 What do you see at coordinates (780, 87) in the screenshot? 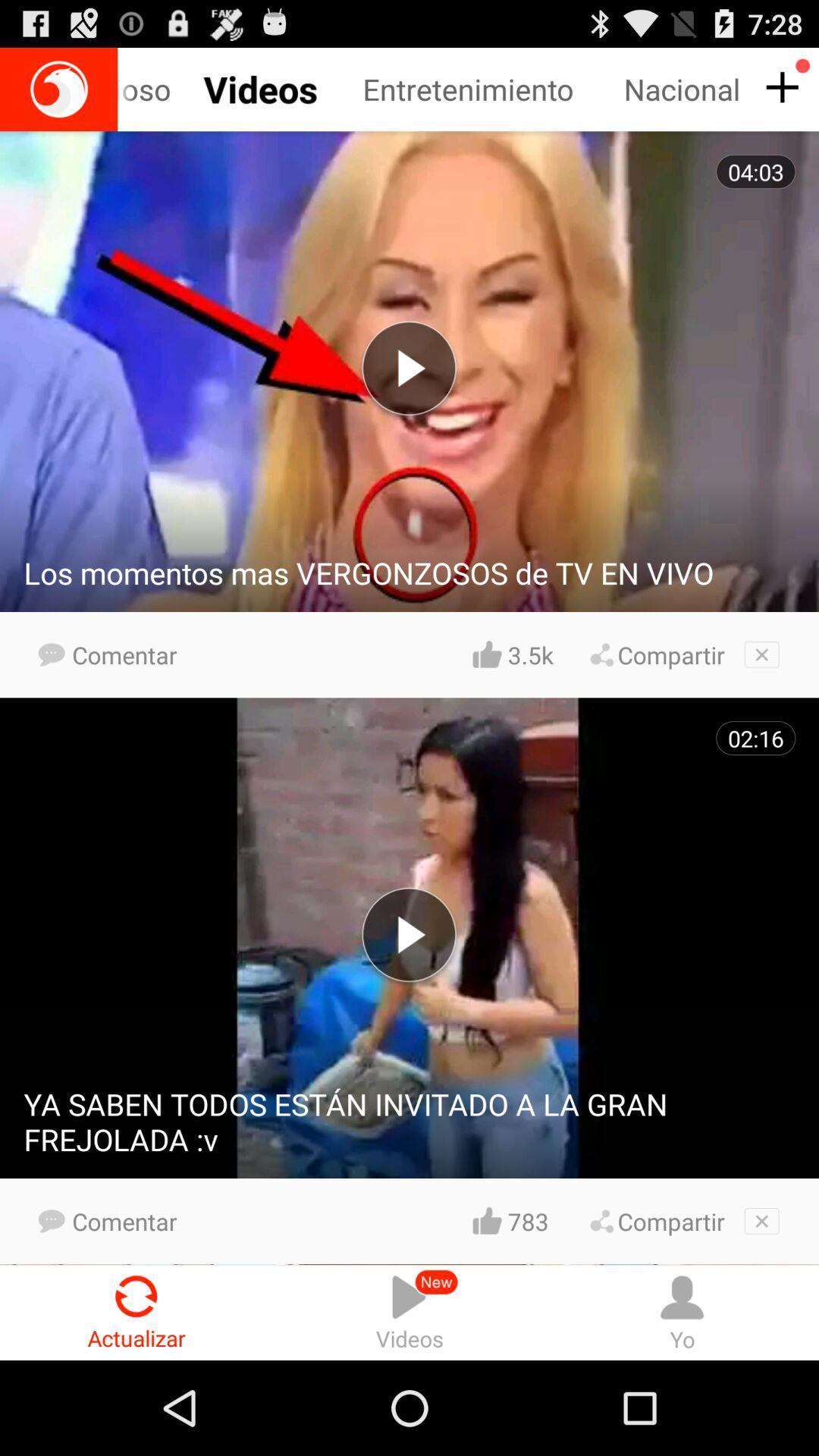
I see `show app settings` at bounding box center [780, 87].